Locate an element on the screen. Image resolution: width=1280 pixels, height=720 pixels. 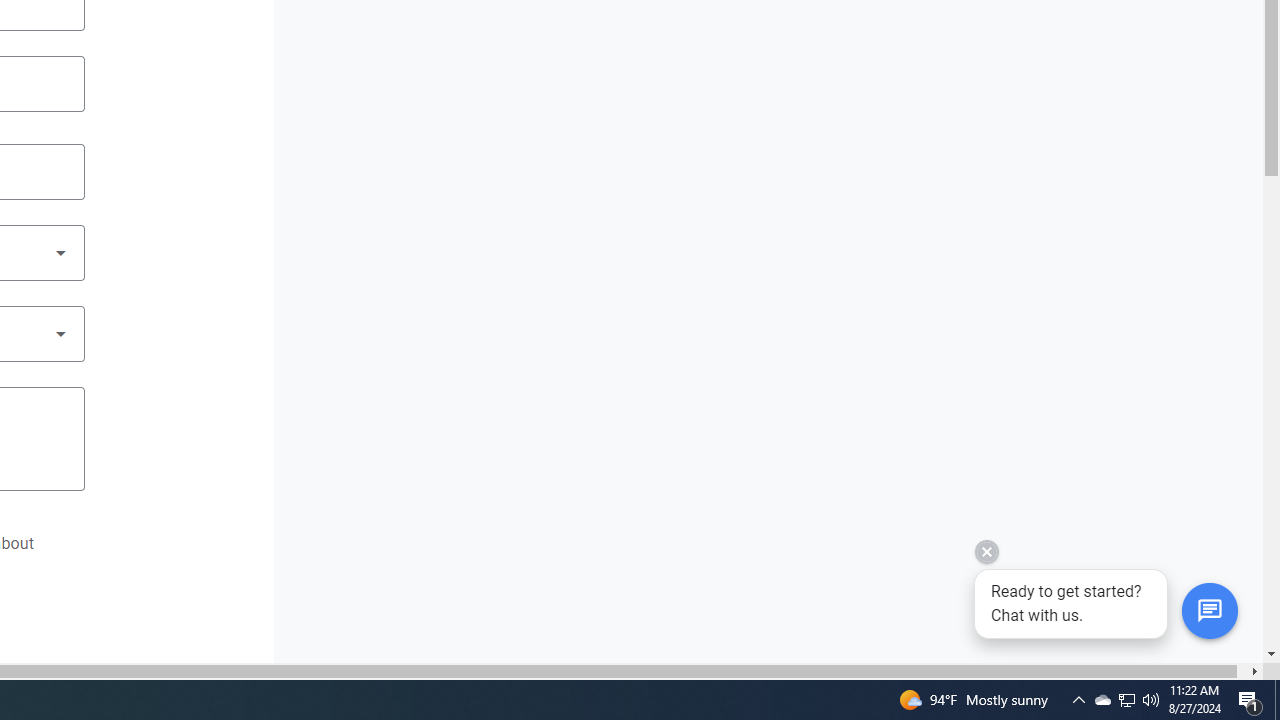
'Button to activate chat' is located at coordinates (1208, 610).